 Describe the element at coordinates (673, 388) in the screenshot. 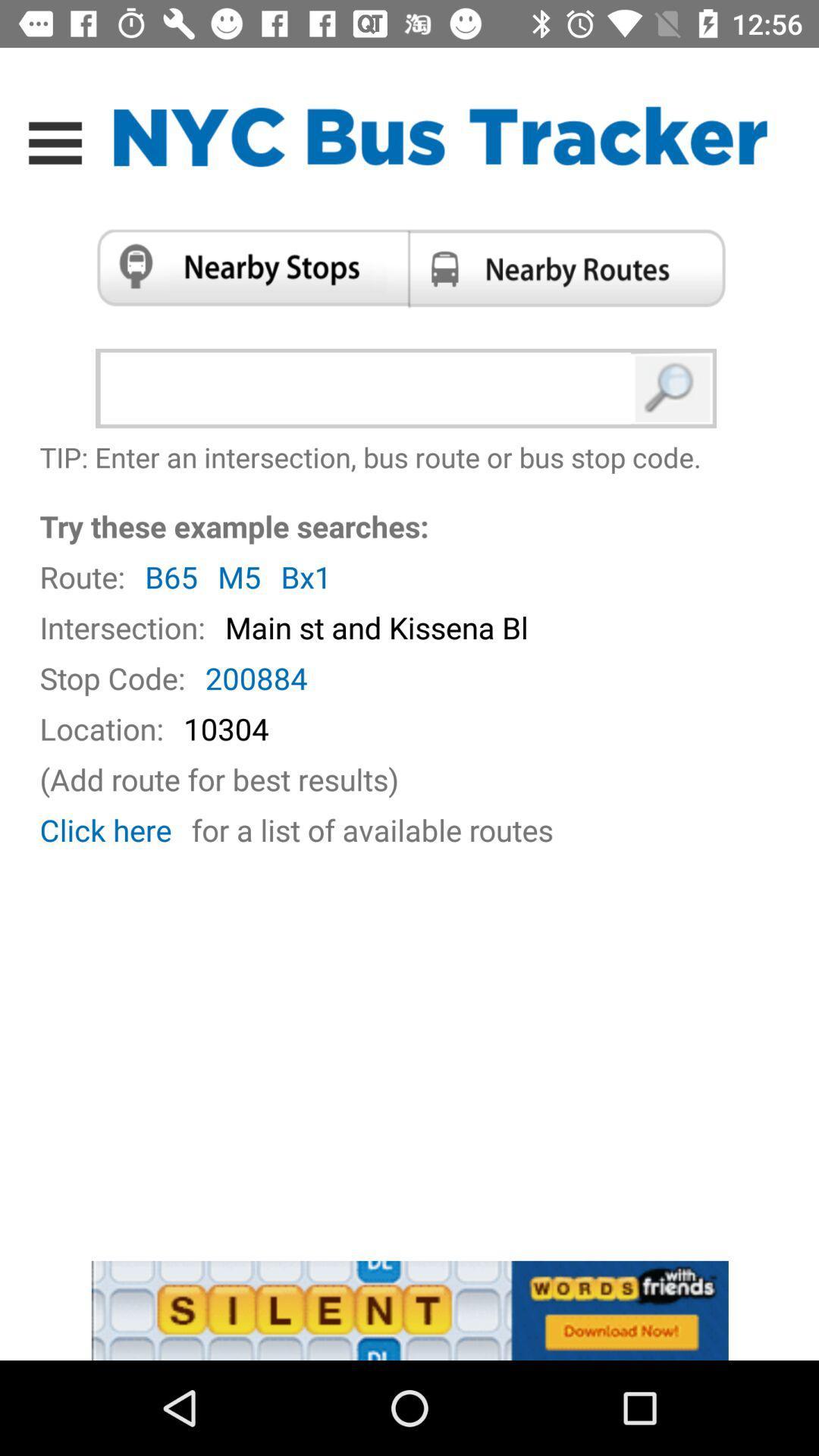

I see `search button` at that location.